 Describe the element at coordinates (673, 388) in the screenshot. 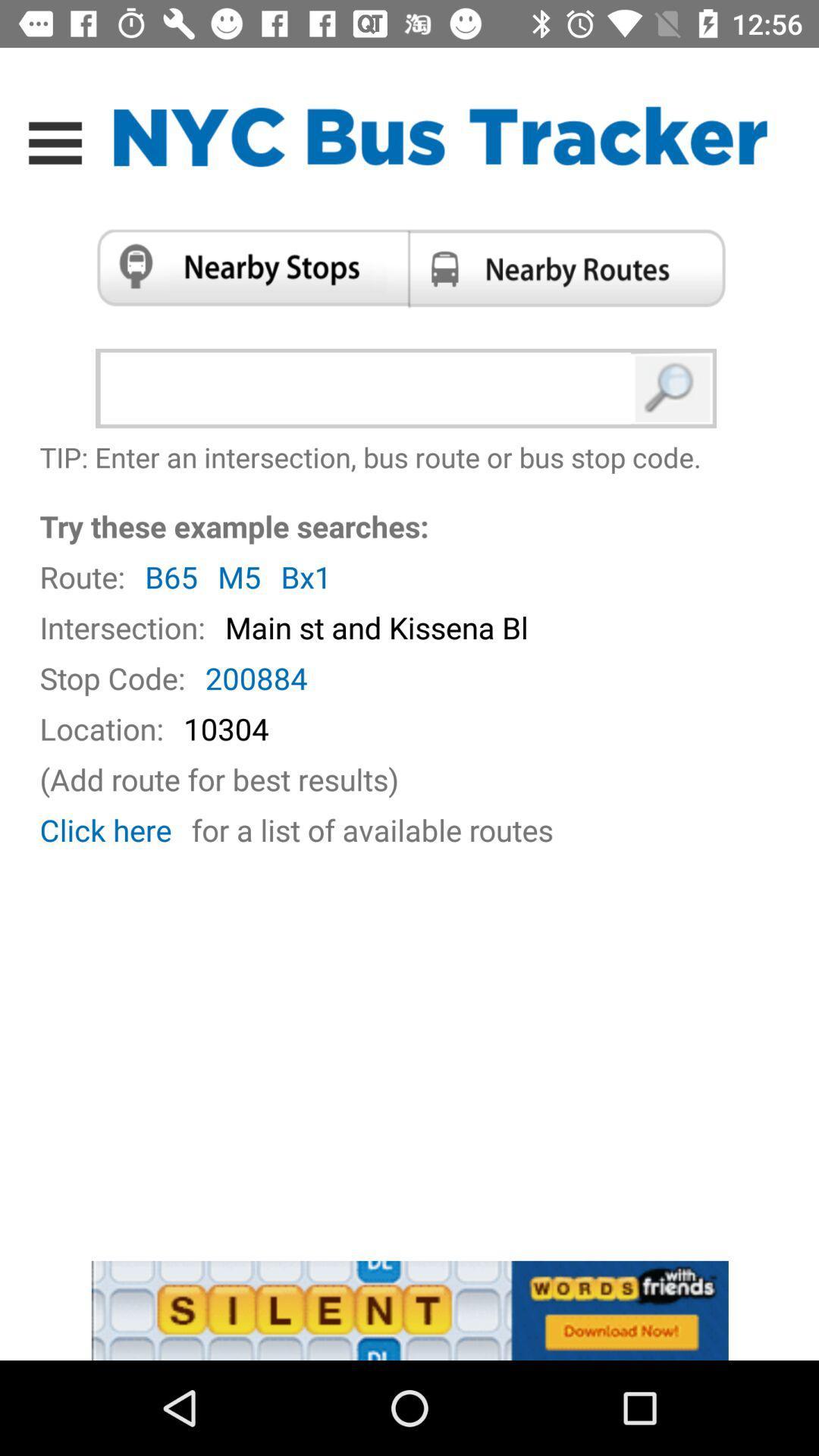

I see `search button` at that location.